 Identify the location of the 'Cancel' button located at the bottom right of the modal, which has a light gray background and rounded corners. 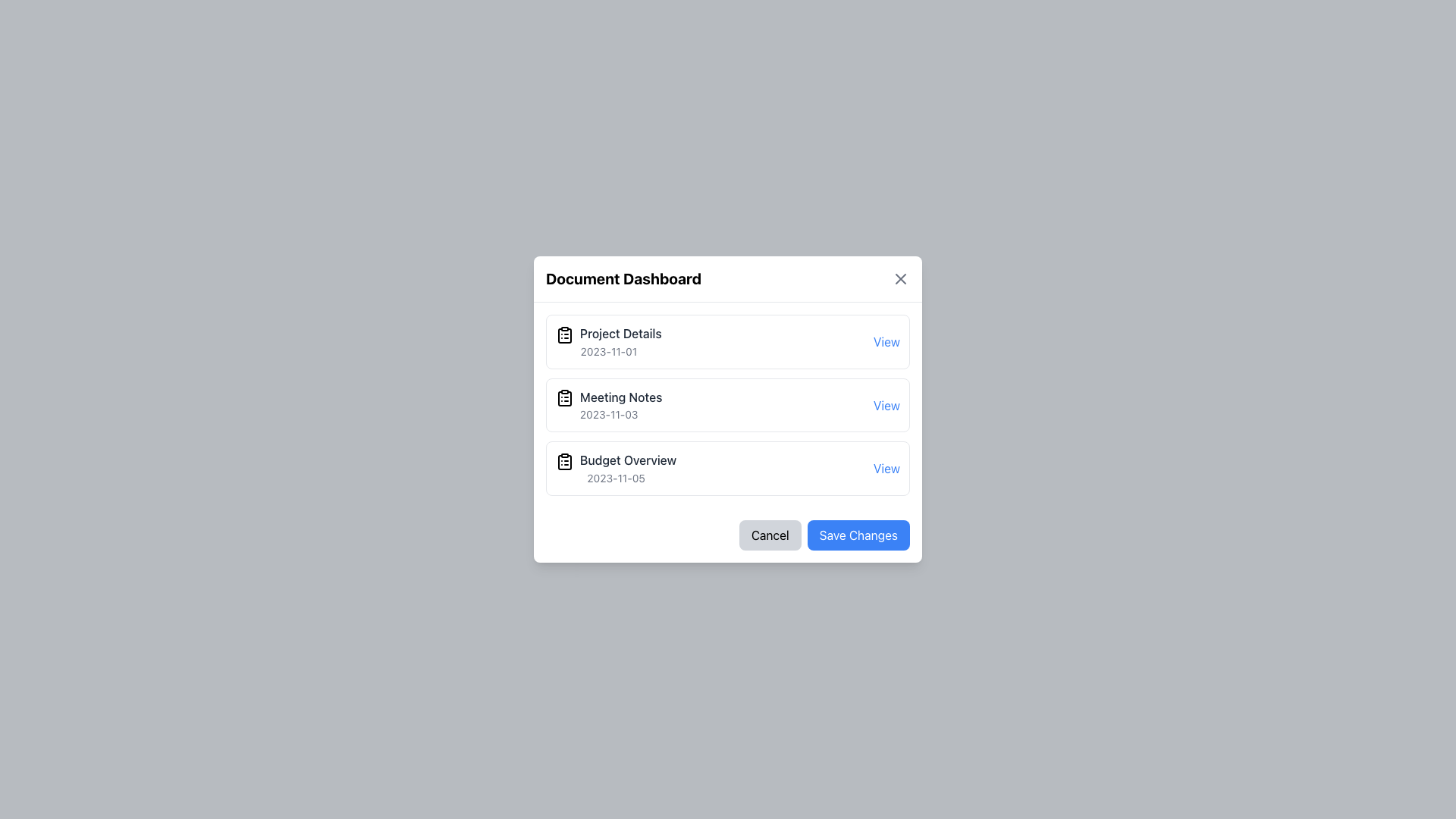
(770, 535).